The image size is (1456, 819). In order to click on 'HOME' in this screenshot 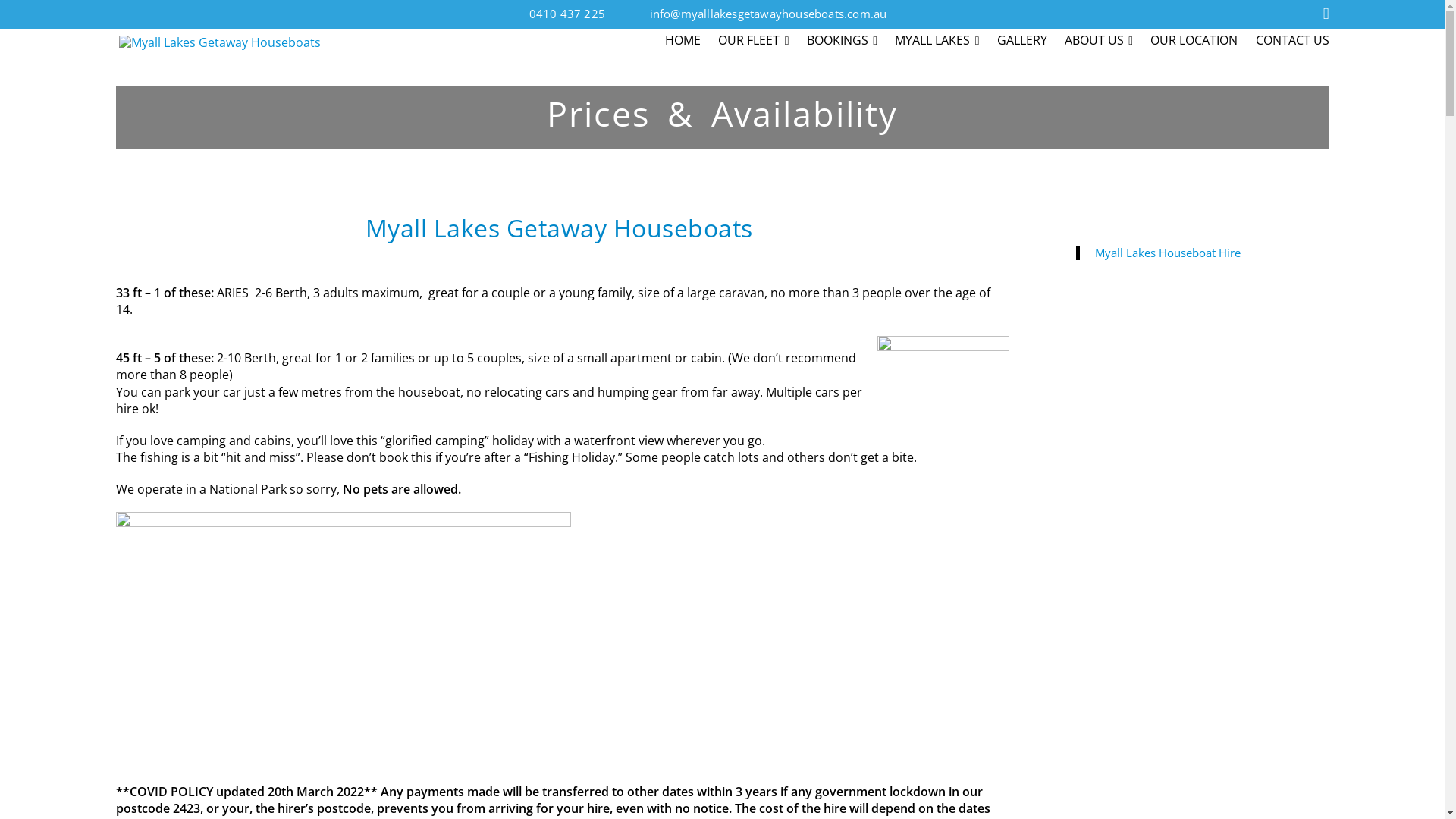, I will do `click(686, 42)`.